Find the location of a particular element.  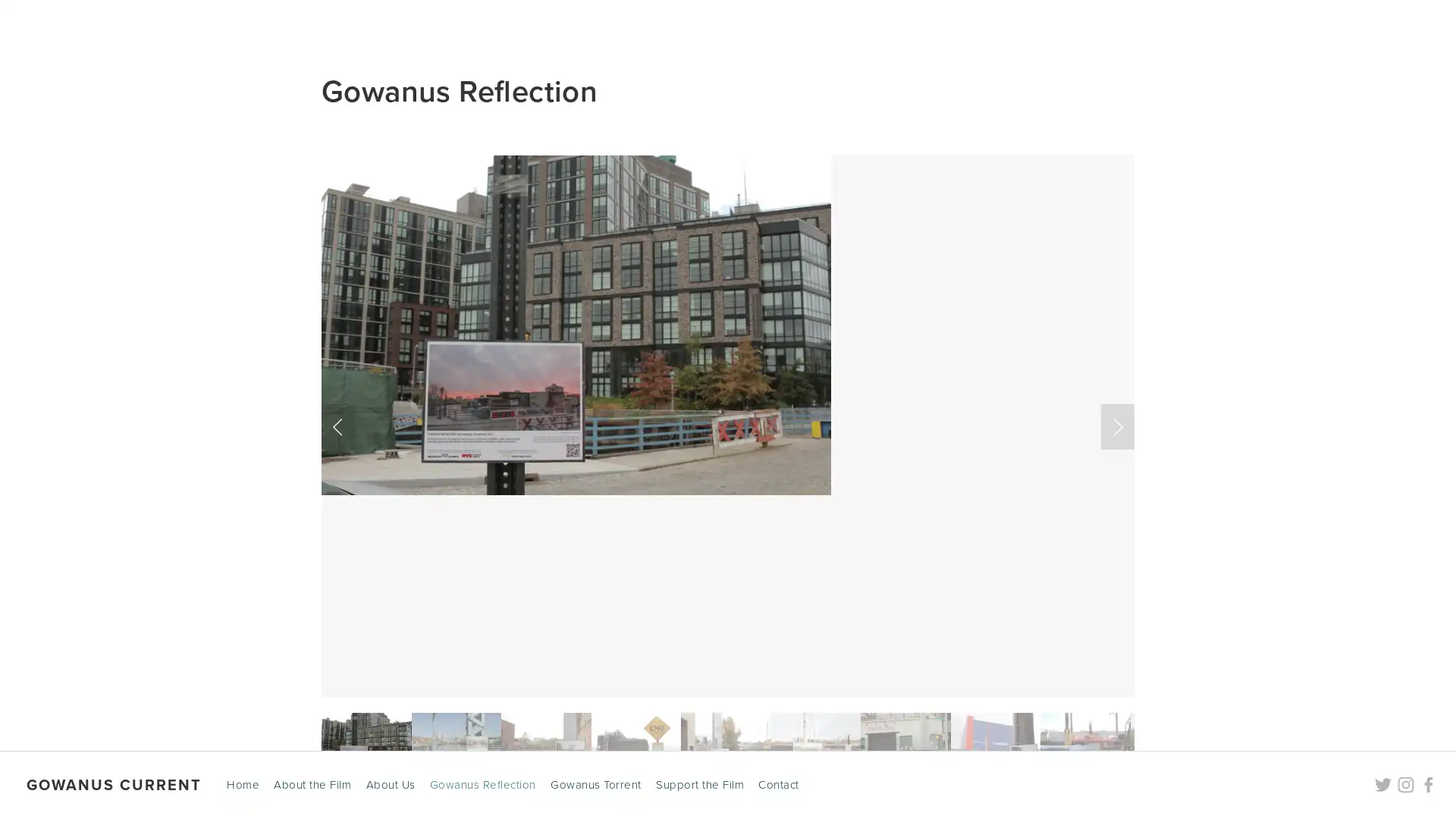

Slide 10 is located at coordinates (1174, 741).